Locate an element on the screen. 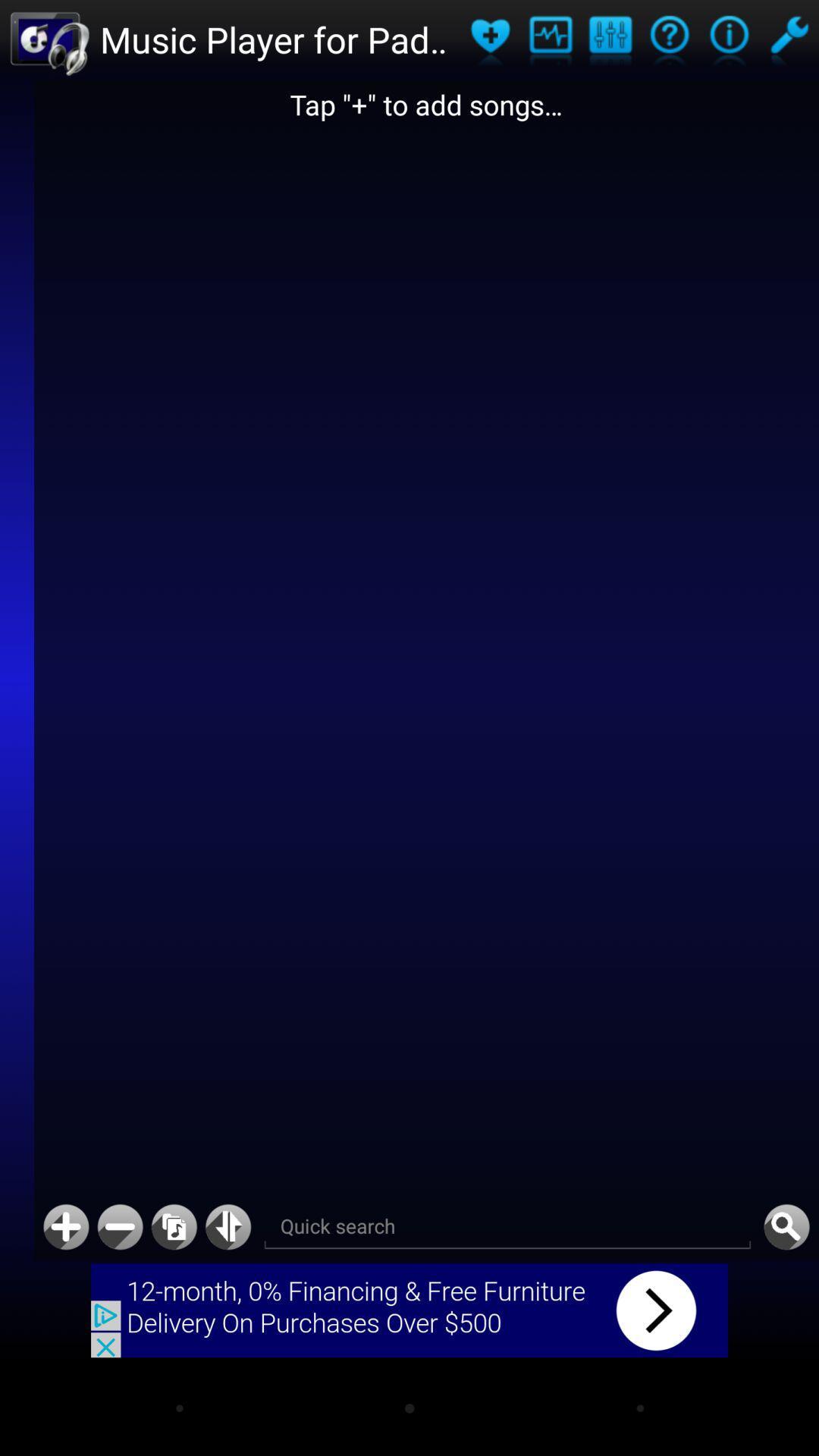  open bluetooth settings is located at coordinates (228, 1227).